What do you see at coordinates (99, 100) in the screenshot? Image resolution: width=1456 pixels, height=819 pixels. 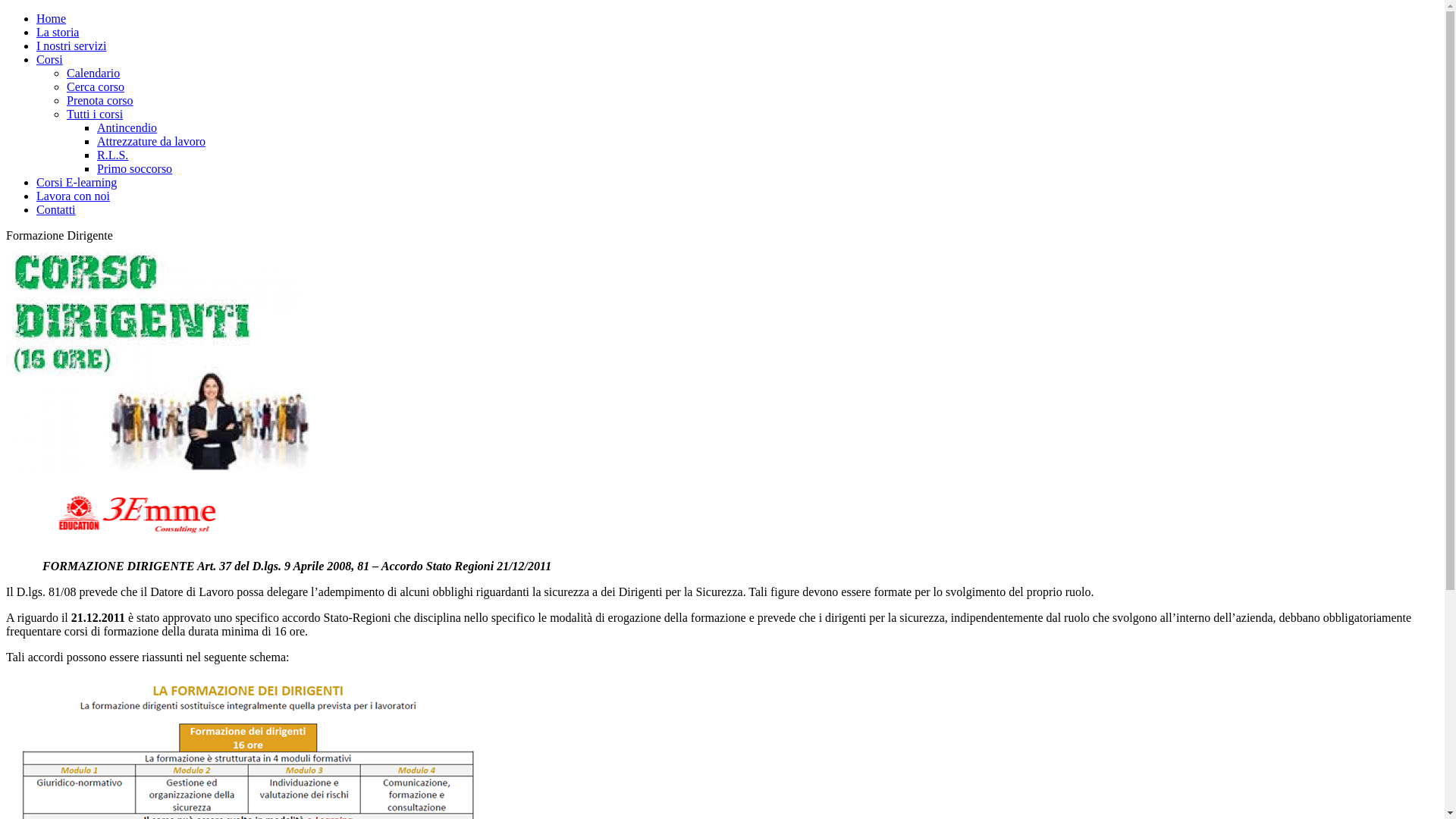 I see `'Prenota corso'` at bounding box center [99, 100].